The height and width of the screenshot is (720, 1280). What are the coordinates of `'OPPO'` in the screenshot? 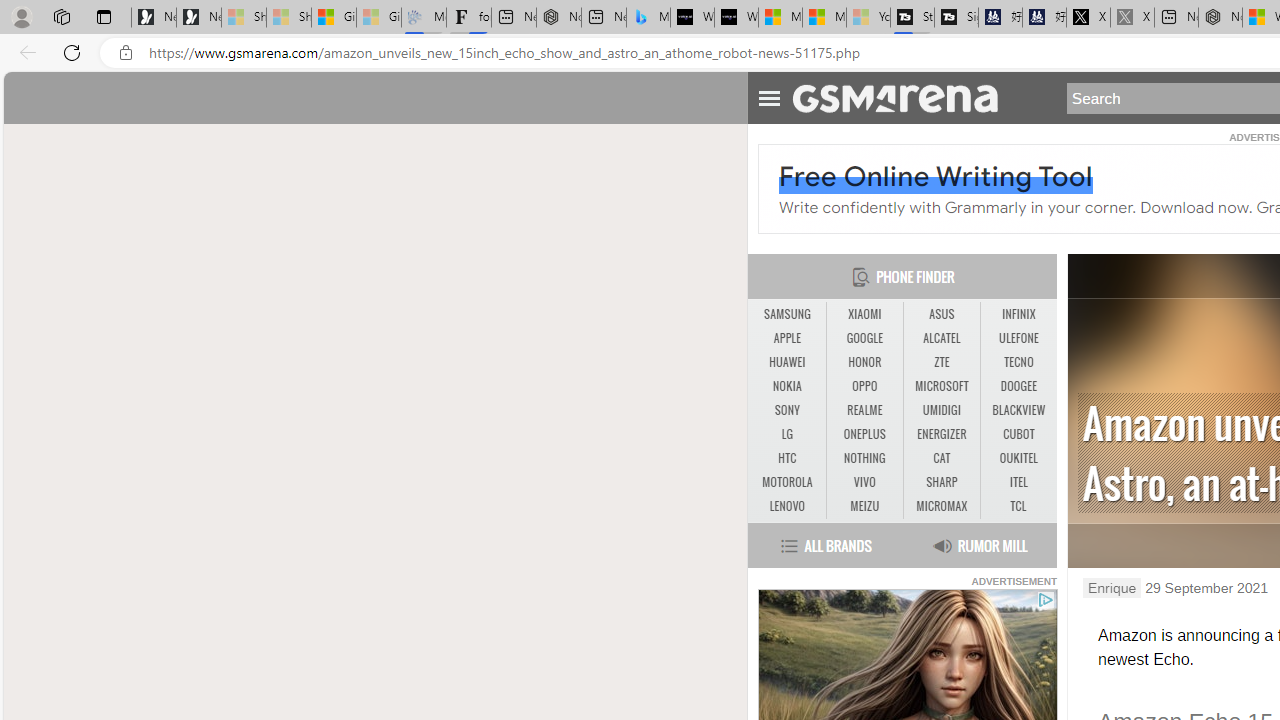 It's located at (864, 387).